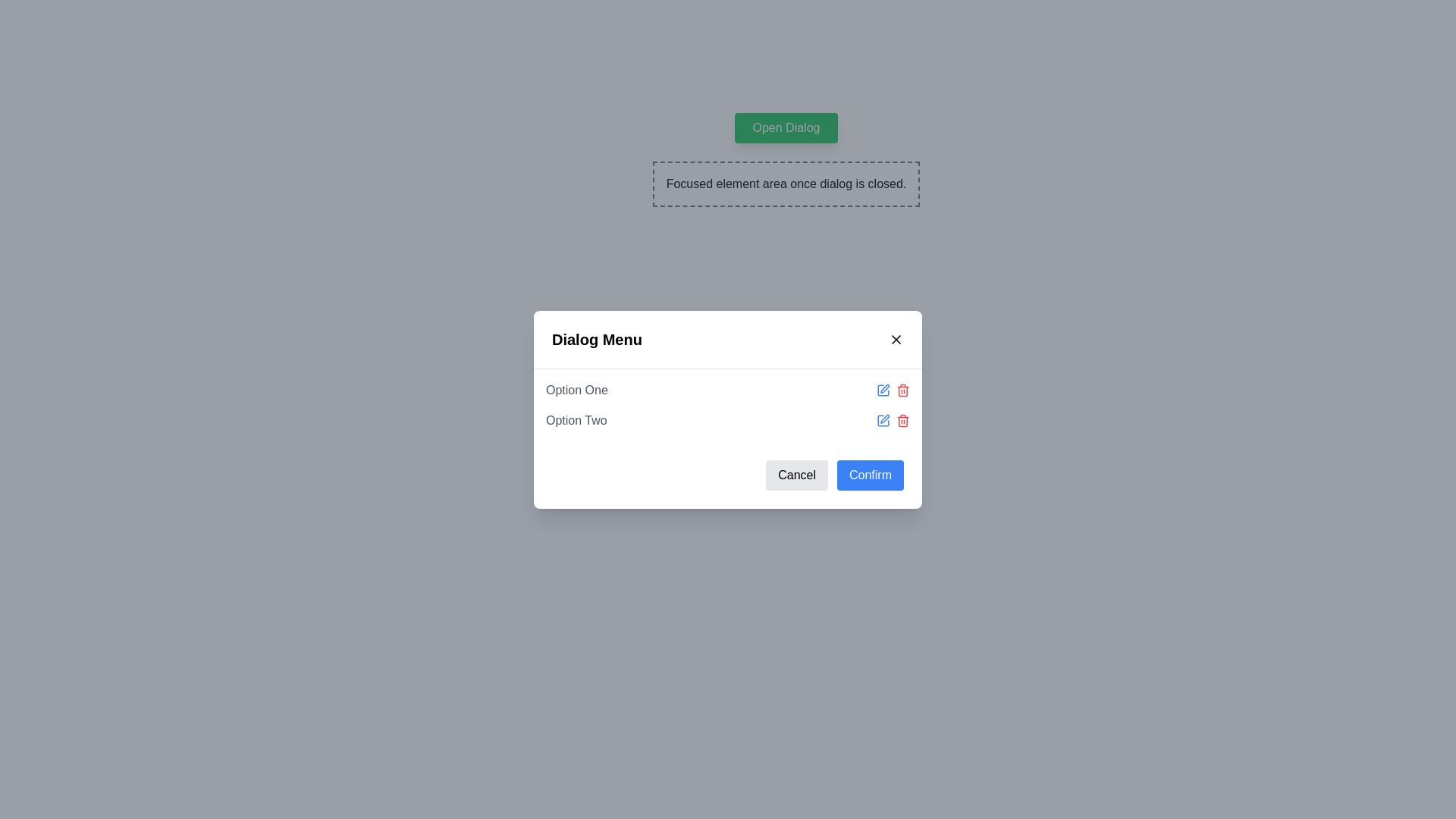 The image size is (1456, 819). Describe the element at coordinates (883, 420) in the screenshot. I see `the edit icon button located to the left of the trash bin icon in the second row of the dialog menu` at that location.